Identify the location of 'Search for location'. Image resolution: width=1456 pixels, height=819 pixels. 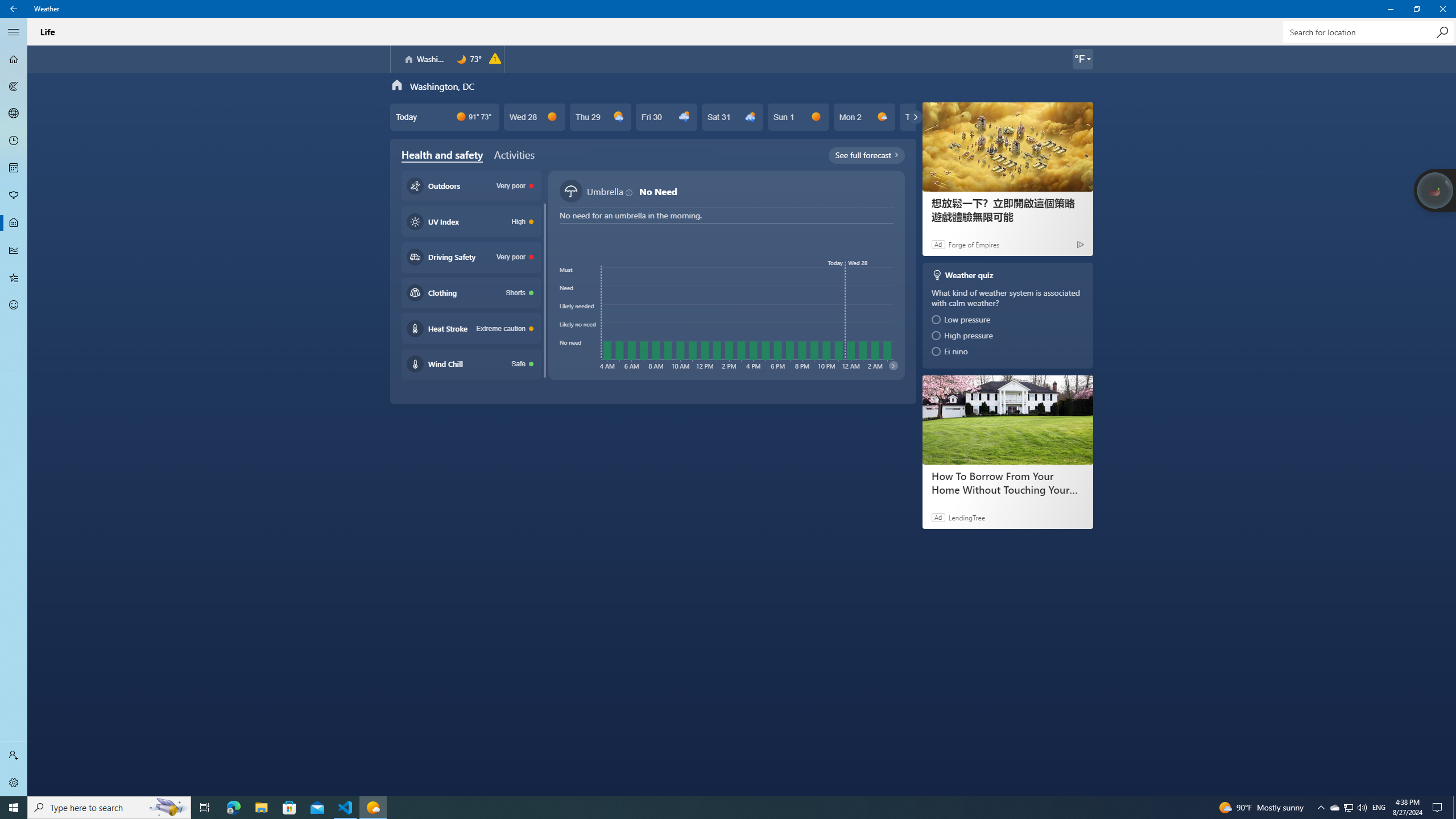
(1368, 31).